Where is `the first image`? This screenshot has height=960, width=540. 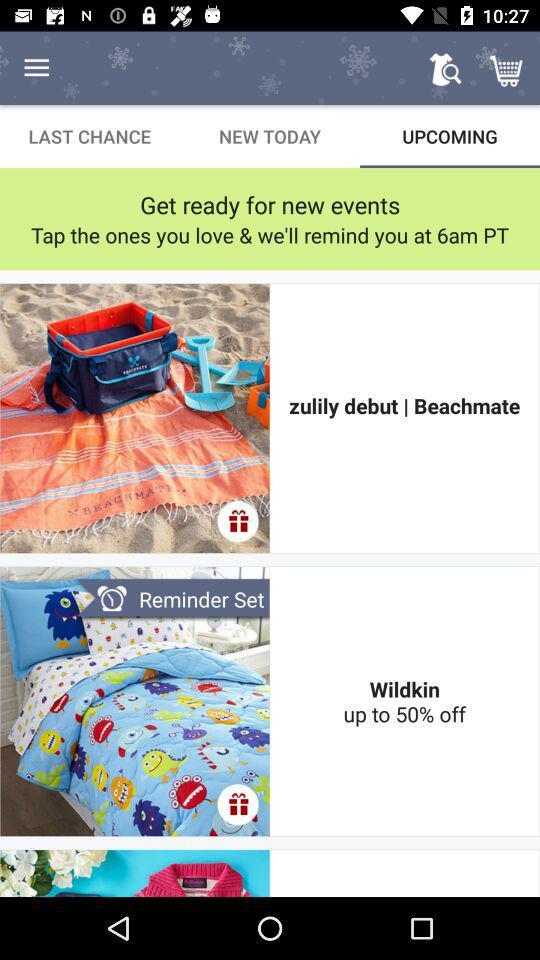 the first image is located at coordinates (135, 417).